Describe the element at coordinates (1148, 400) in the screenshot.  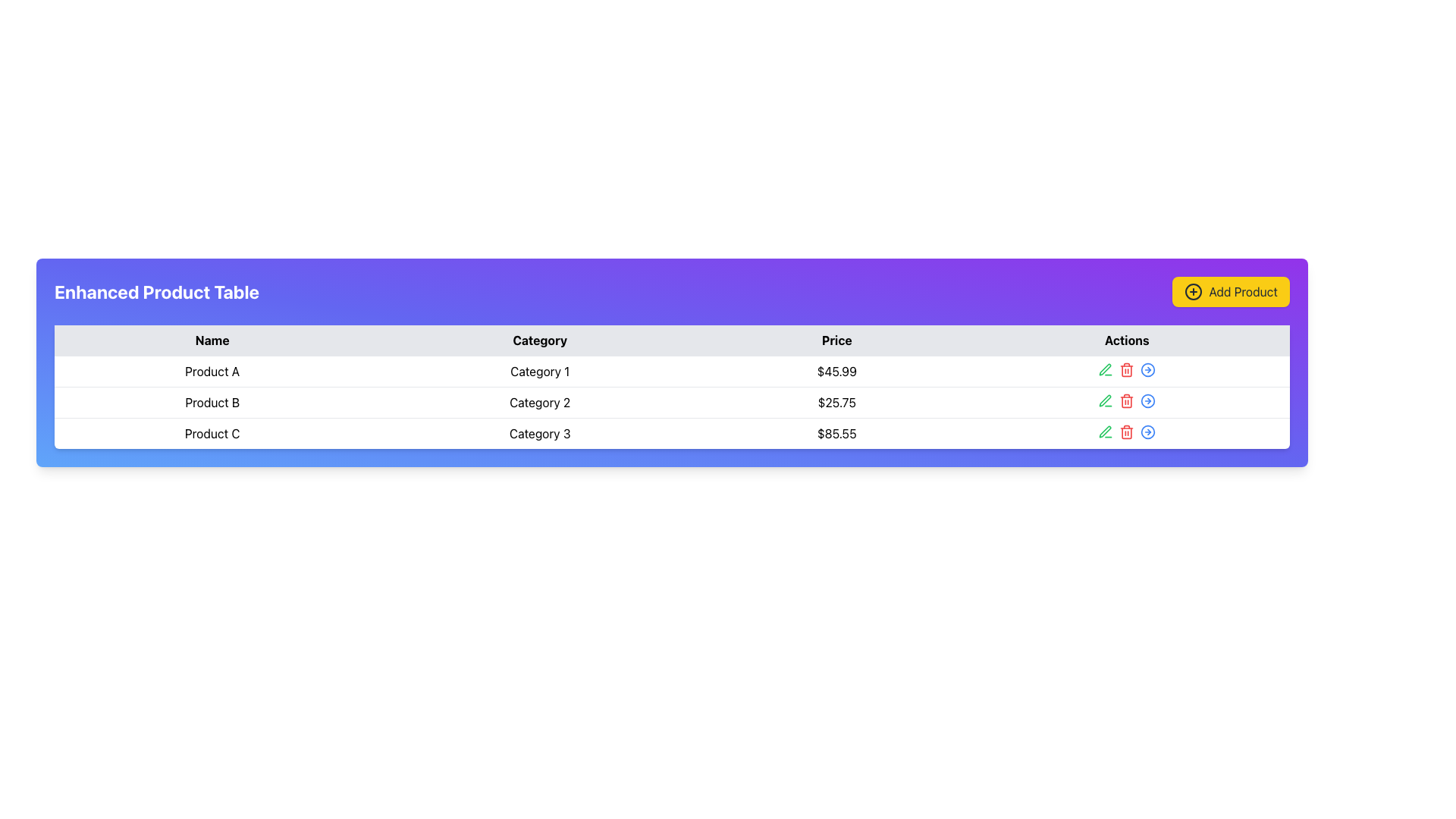
I see `the circular blue icon with a right-pointing arrow located in the 'Actions' column of the third row in the table` at that location.